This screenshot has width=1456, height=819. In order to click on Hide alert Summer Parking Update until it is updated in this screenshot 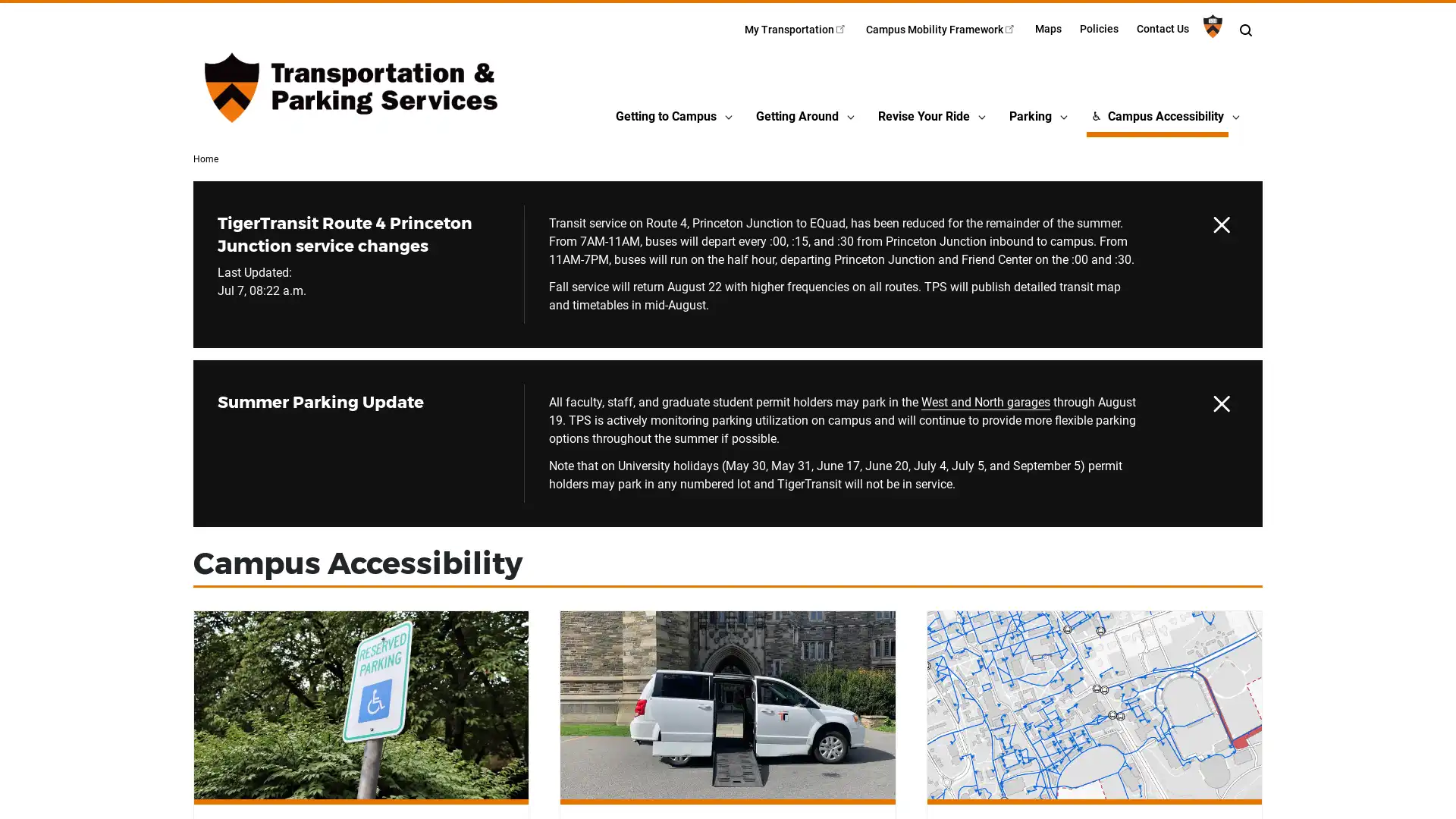, I will do `click(1222, 403)`.